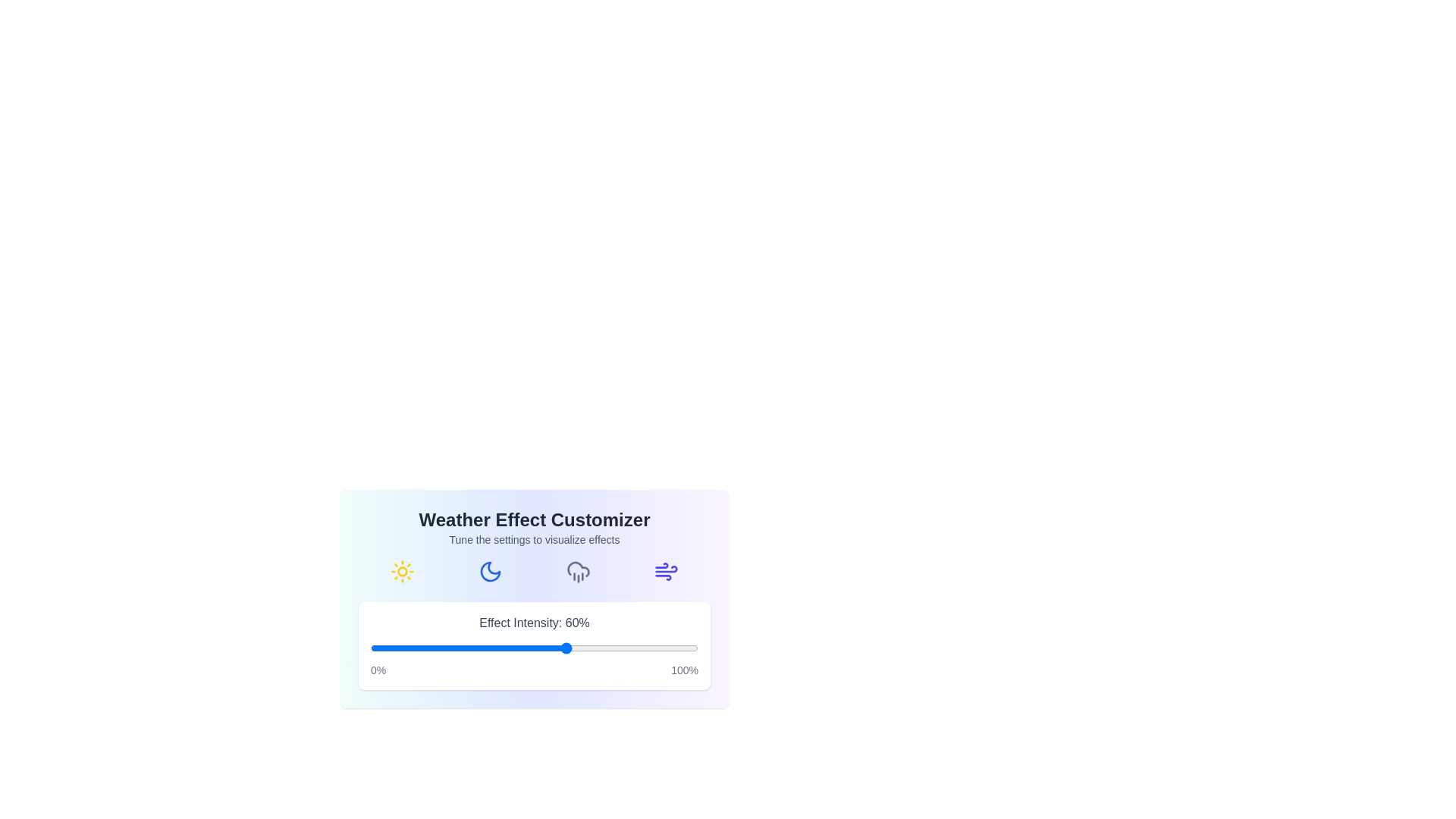  What do you see at coordinates (491, 571) in the screenshot?
I see `the crescent moon icon, which is the second icon in the row of graphical icons within the 'Weather Effect Customizer' section` at bounding box center [491, 571].